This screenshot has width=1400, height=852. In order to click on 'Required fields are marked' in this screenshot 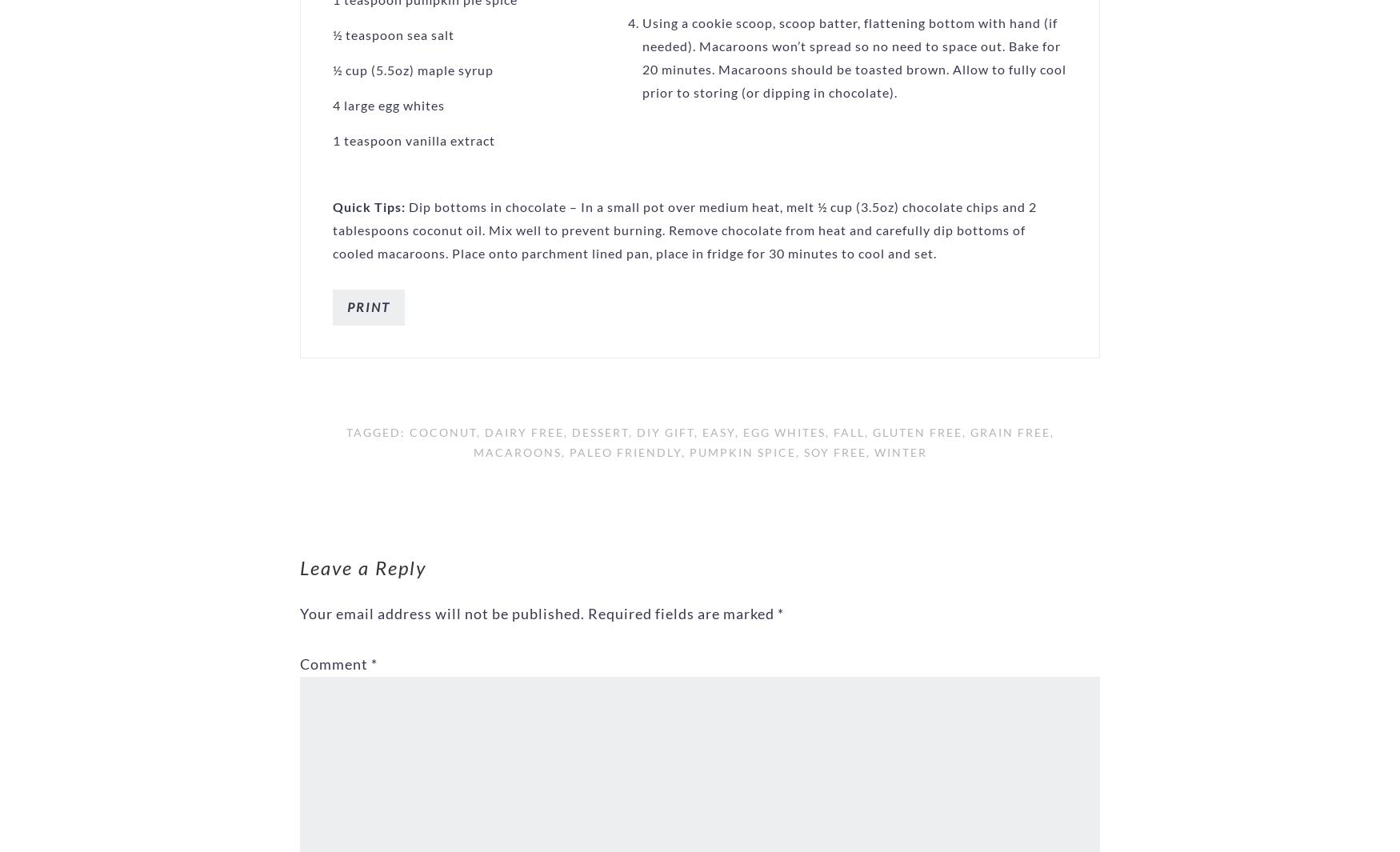, I will do `click(682, 614)`.